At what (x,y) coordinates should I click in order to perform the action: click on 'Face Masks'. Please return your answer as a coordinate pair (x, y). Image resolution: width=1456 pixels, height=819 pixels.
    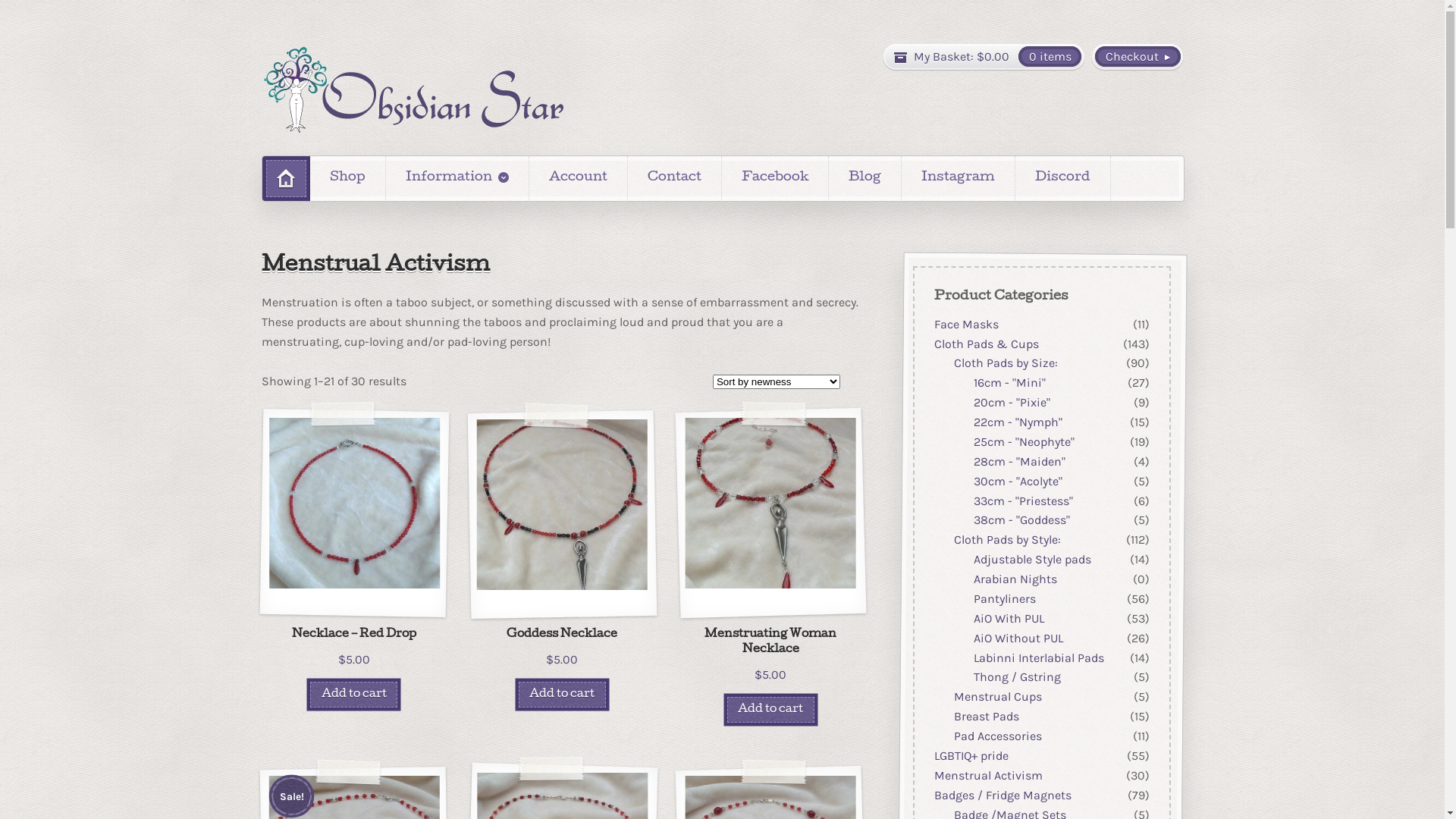
    Looking at the image, I should click on (965, 323).